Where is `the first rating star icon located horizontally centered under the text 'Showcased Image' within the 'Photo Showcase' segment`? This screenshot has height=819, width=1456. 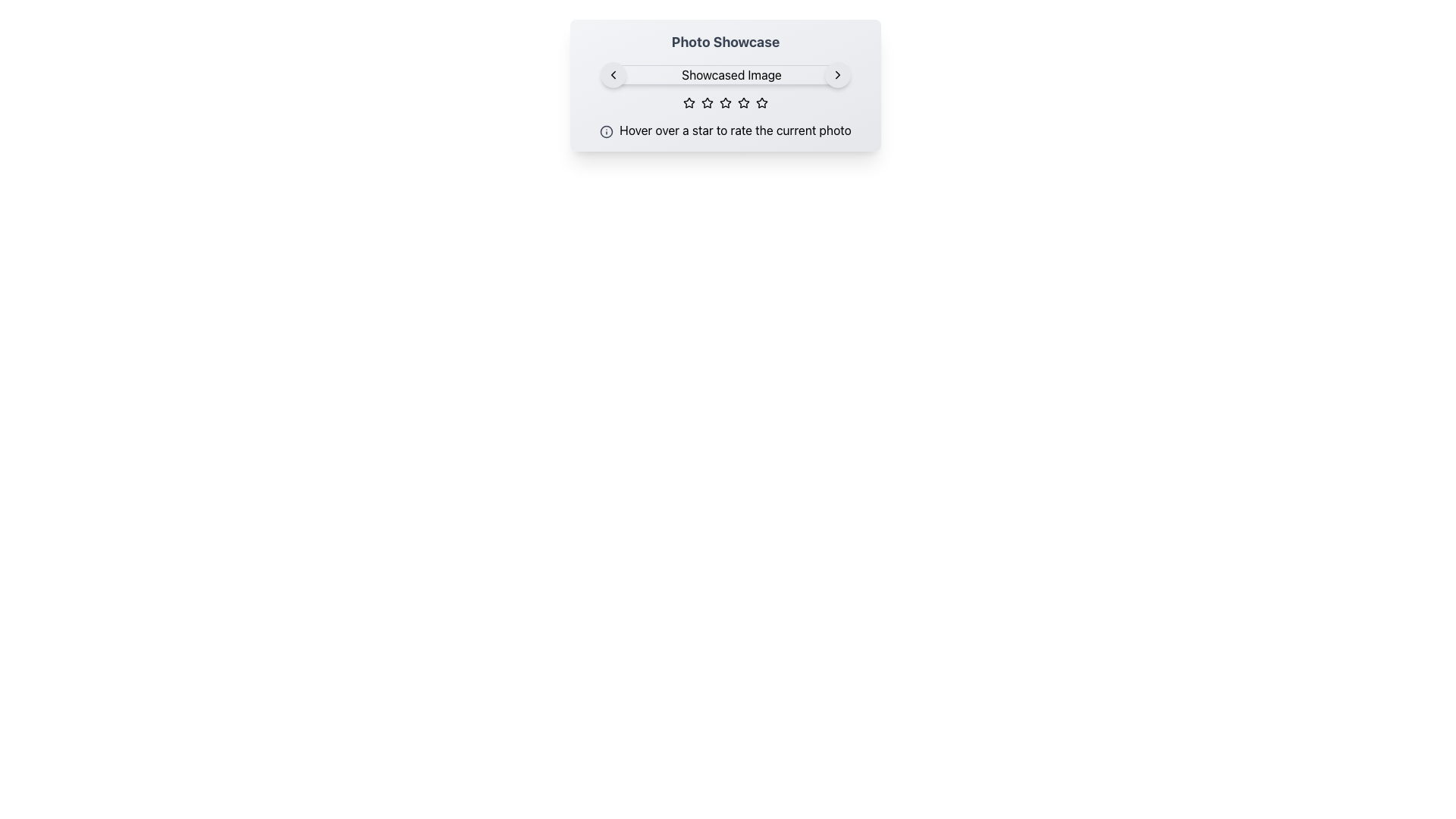 the first rating star icon located horizontally centered under the text 'Showcased Image' within the 'Photo Showcase' segment is located at coordinates (688, 102).